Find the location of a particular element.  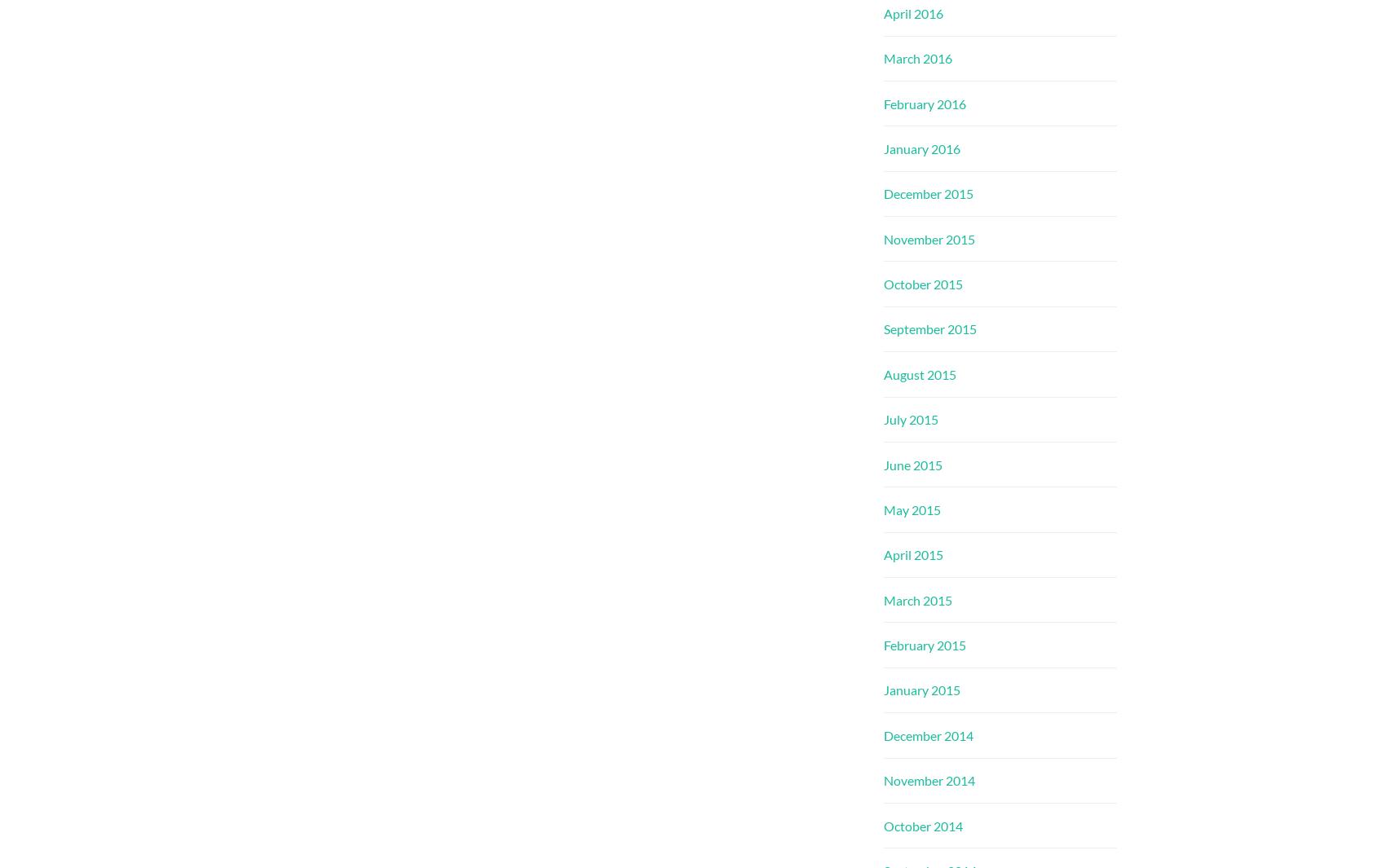

'January 2015' is located at coordinates (922, 690).